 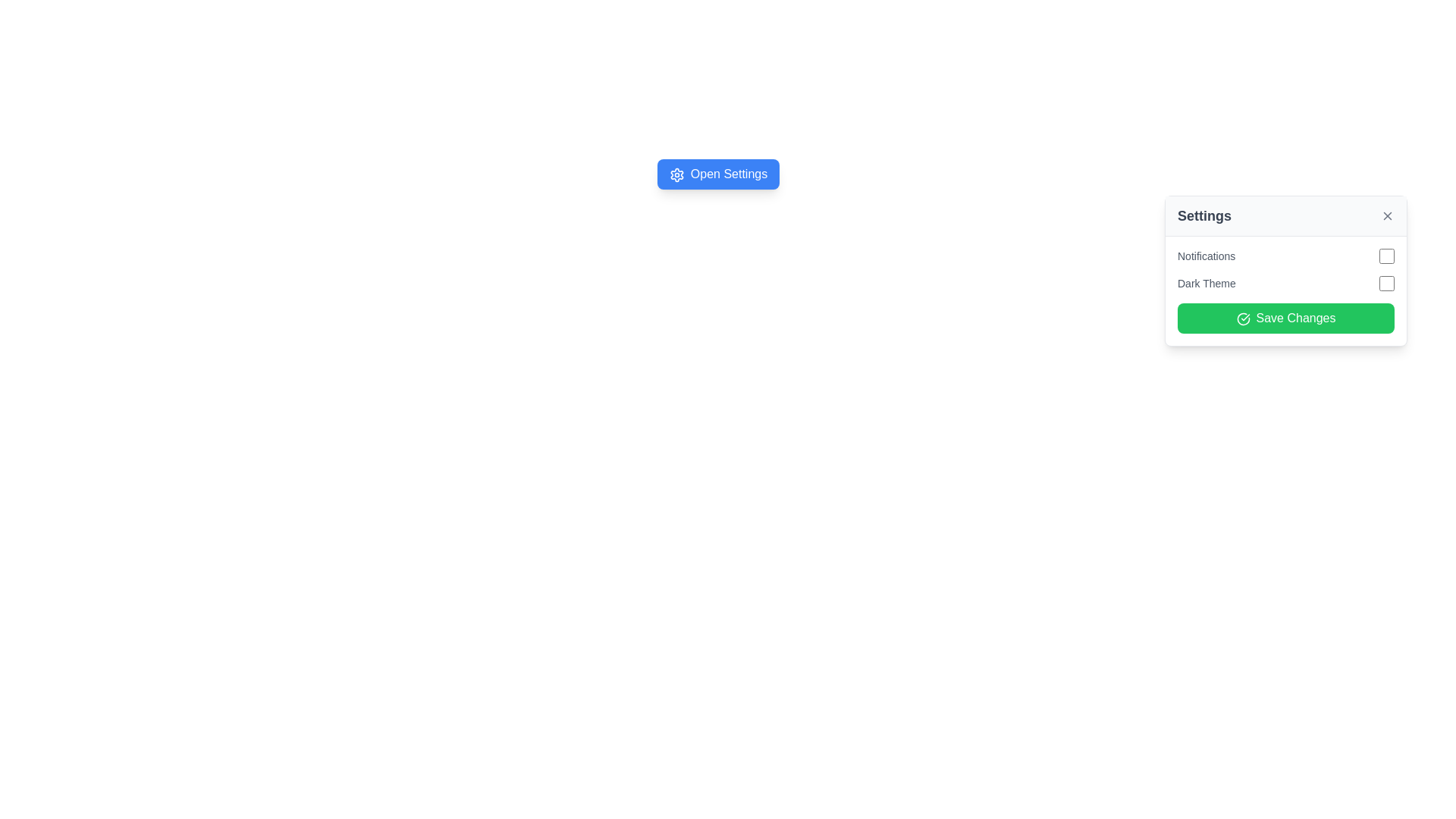 What do you see at coordinates (1285, 291) in the screenshot?
I see `the group of form controls within the settings section that includes 'Notifications' and 'Dark Theme' options` at bounding box center [1285, 291].